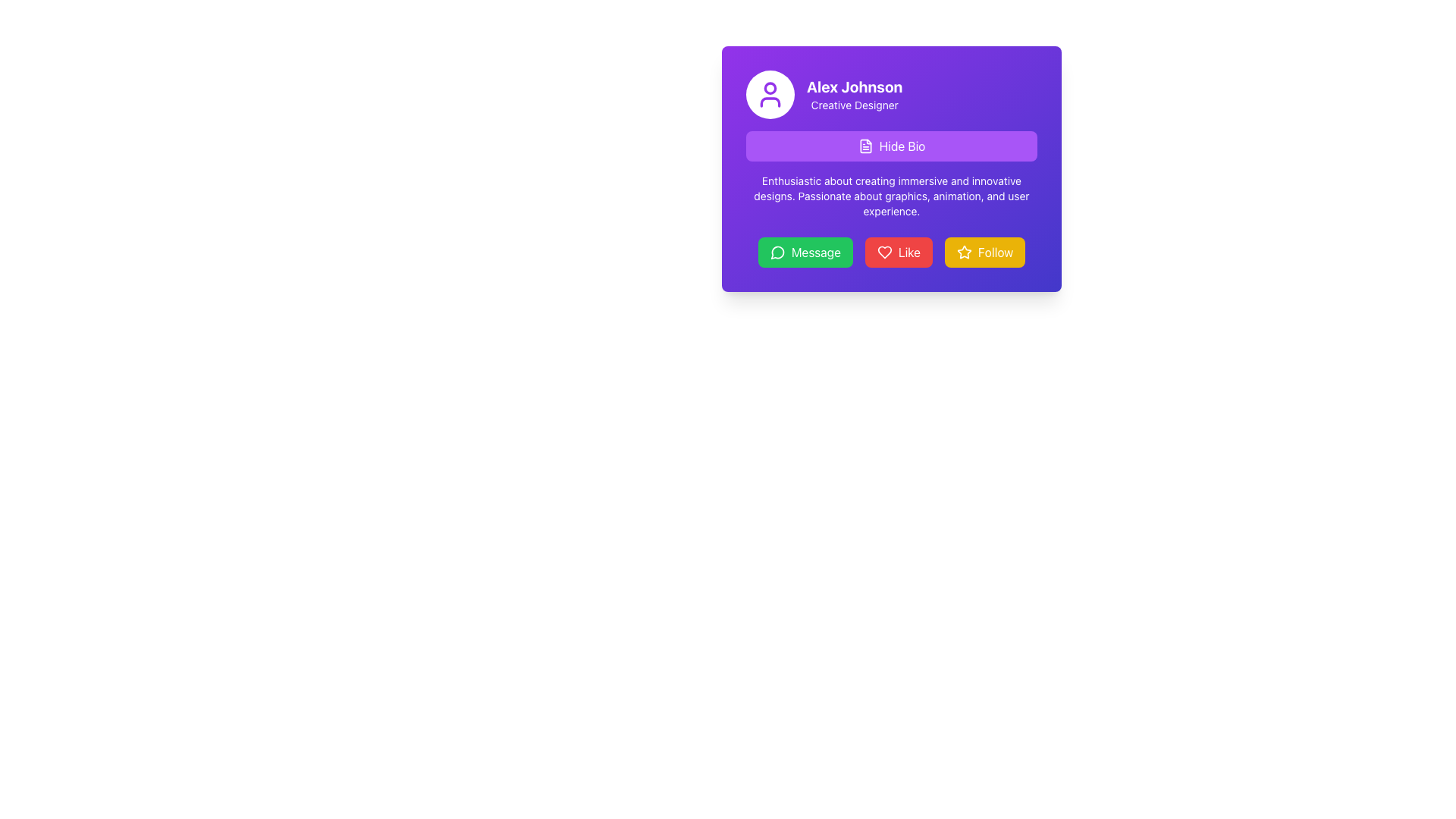 Image resolution: width=1456 pixels, height=819 pixels. I want to click on descriptive text displayed in the bio section of the card titled 'Alex Johnson Creative Designer', located in the middle section below the name and title, so click(892, 174).